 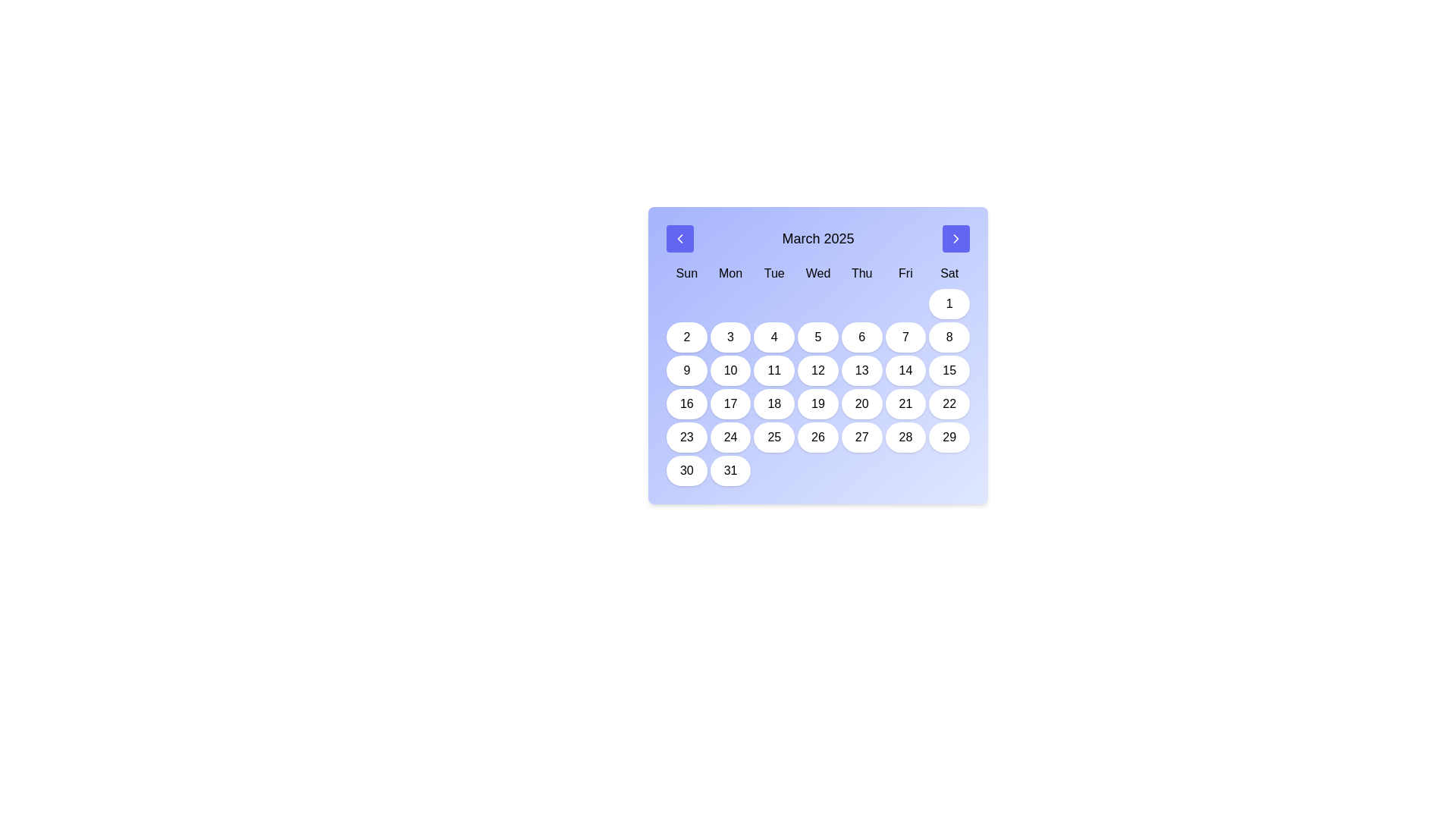 I want to click on the white circular button displaying '31', so click(x=730, y=470).